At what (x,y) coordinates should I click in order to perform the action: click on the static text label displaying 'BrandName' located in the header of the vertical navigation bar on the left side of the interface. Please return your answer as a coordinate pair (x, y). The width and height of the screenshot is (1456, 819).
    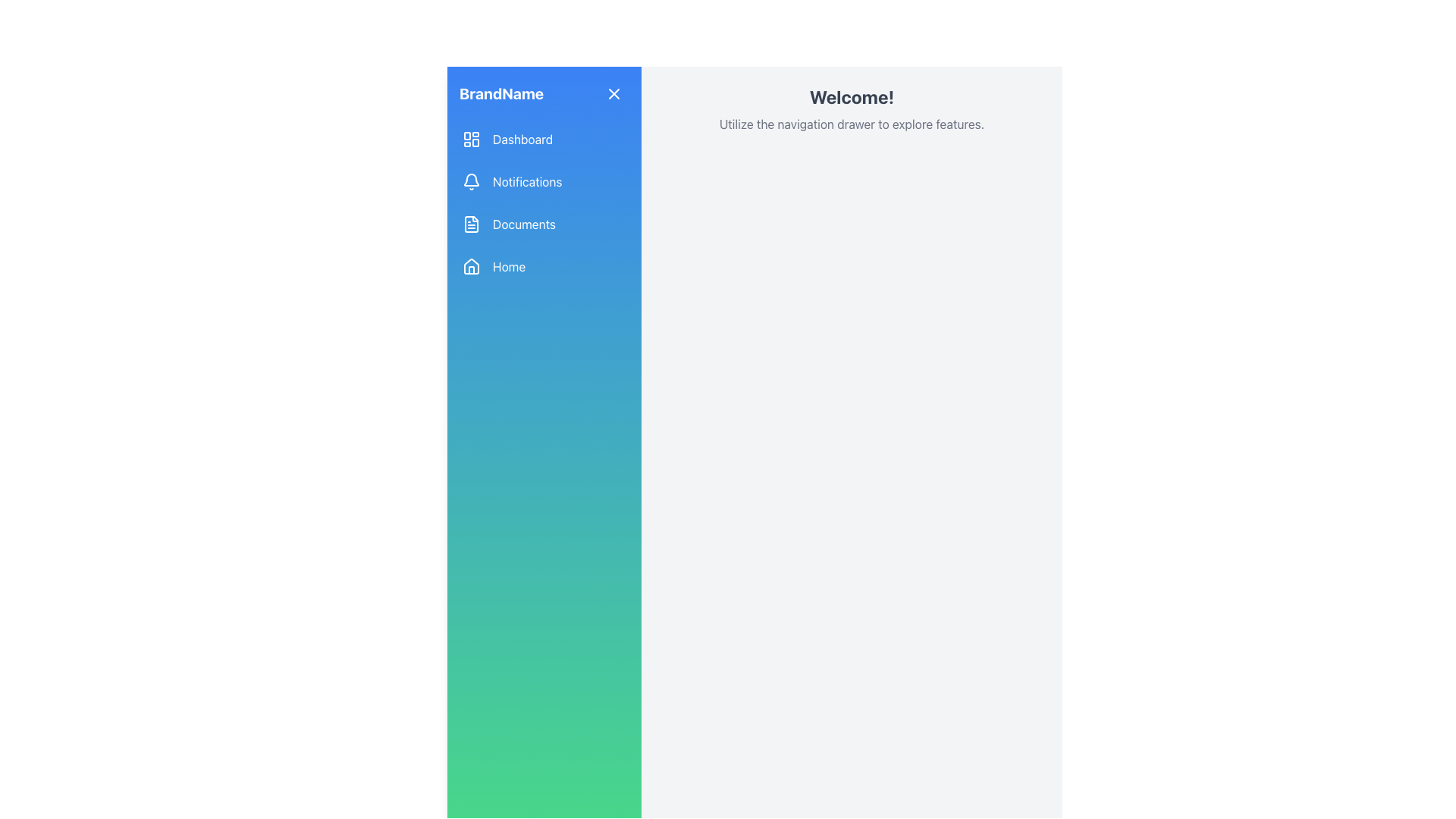
    Looking at the image, I should click on (501, 93).